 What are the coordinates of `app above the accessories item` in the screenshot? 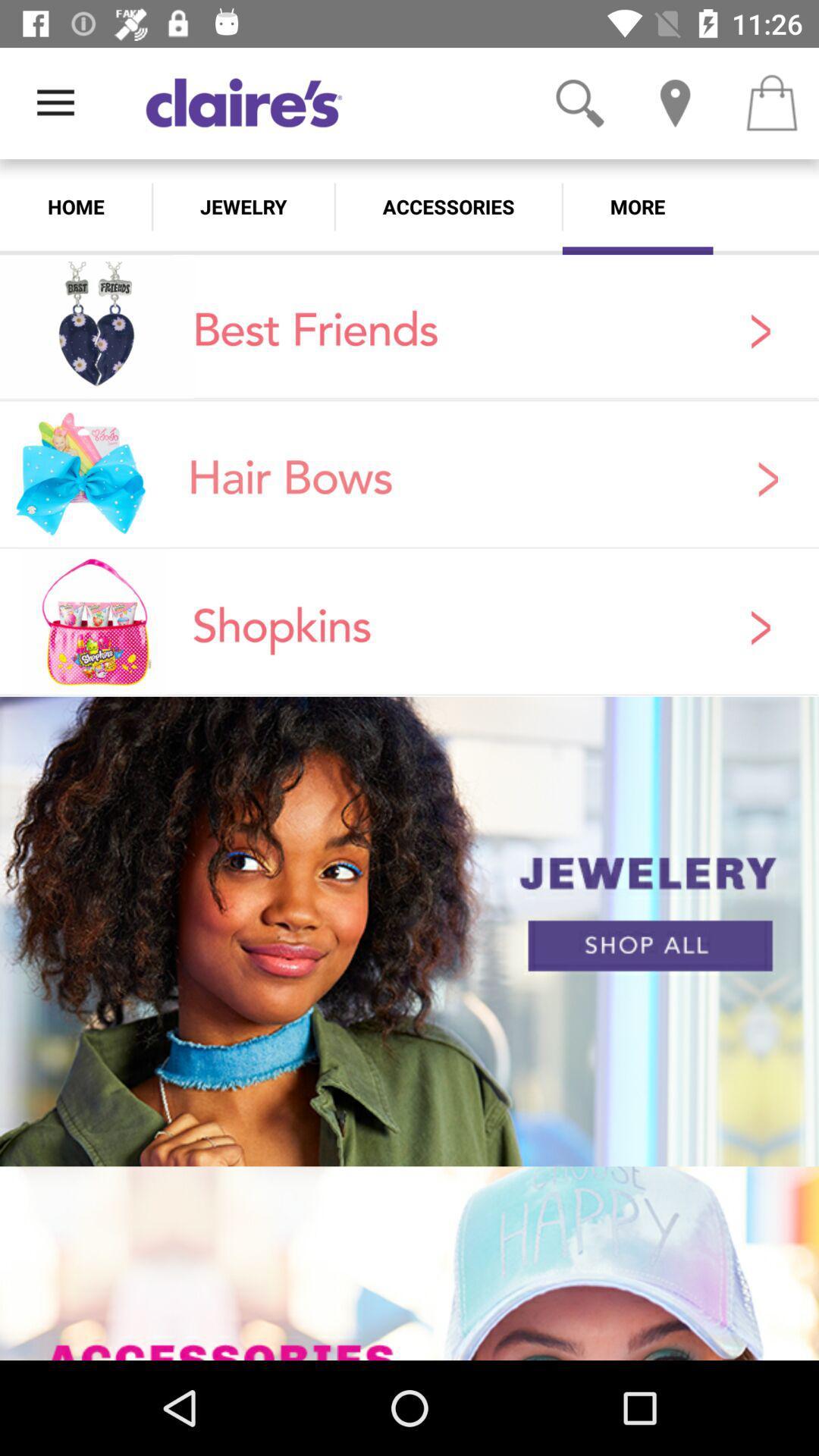 It's located at (579, 102).